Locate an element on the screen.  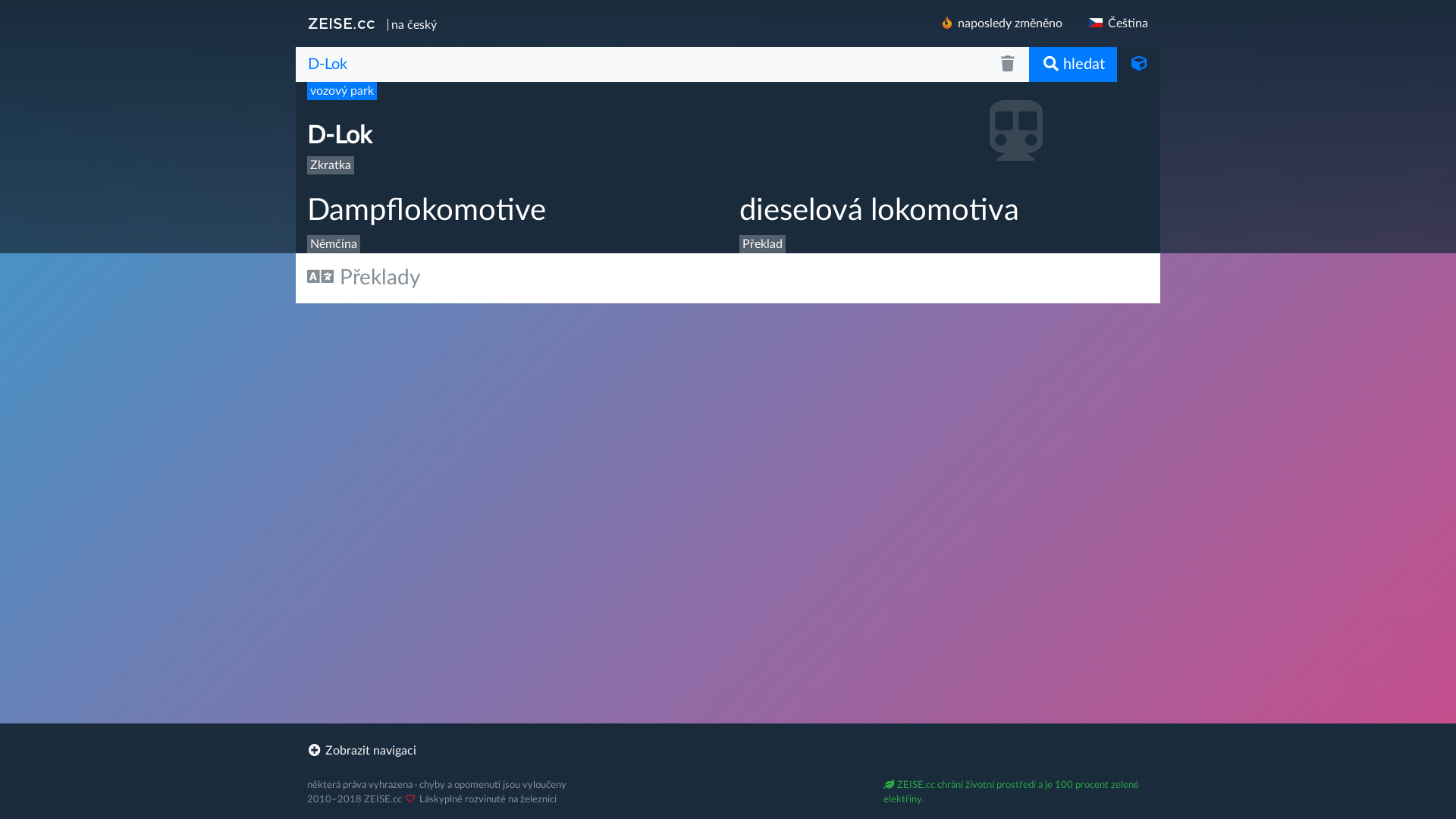
'hledat' is located at coordinates (1072, 63).